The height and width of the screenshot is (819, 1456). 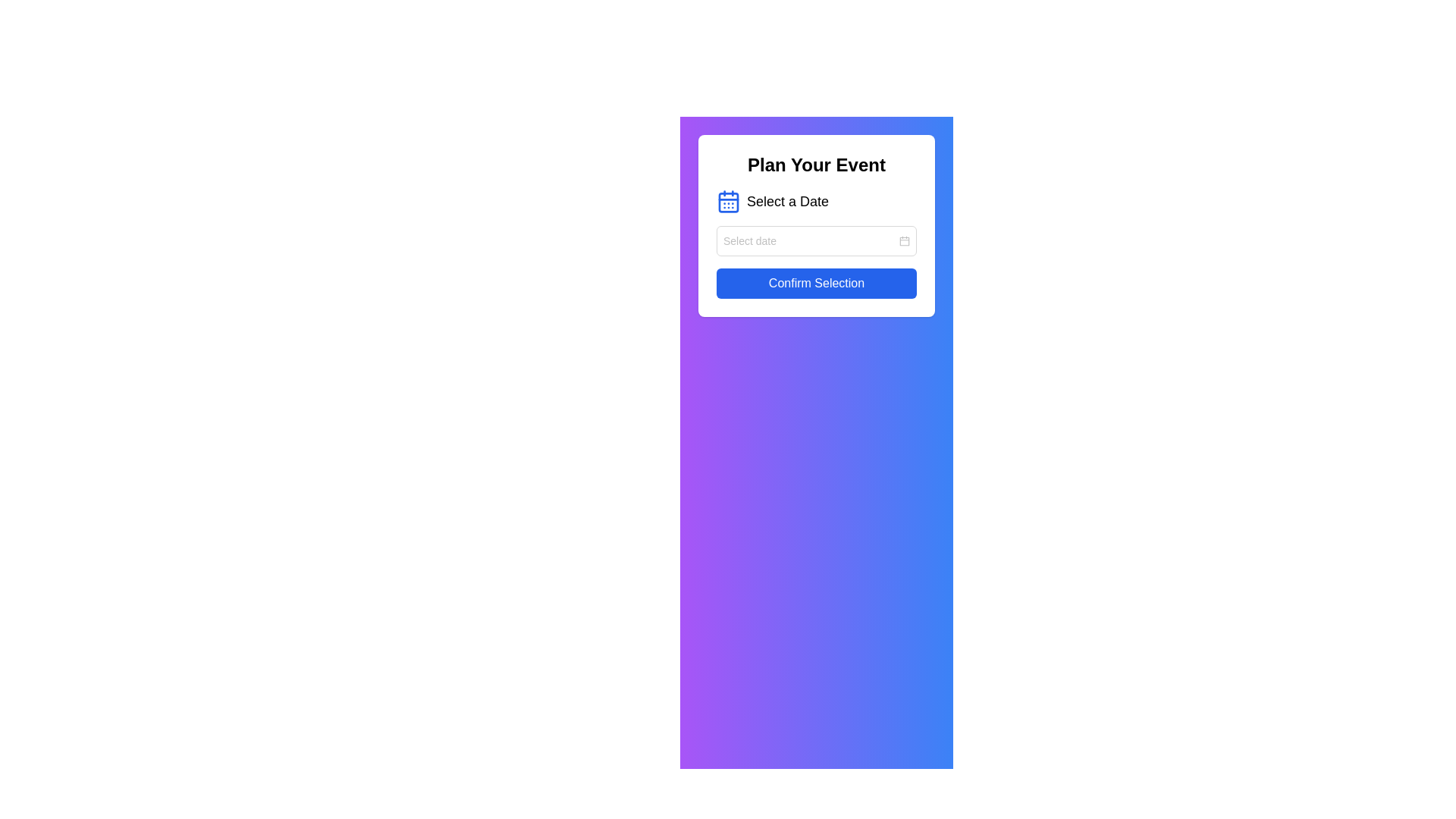 What do you see at coordinates (815, 284) in the screenshot?
I see `the confirmation button located at the bottom of the 'Plan Your Event' card to finalize the event date selection` at bounding box center [815, 284].